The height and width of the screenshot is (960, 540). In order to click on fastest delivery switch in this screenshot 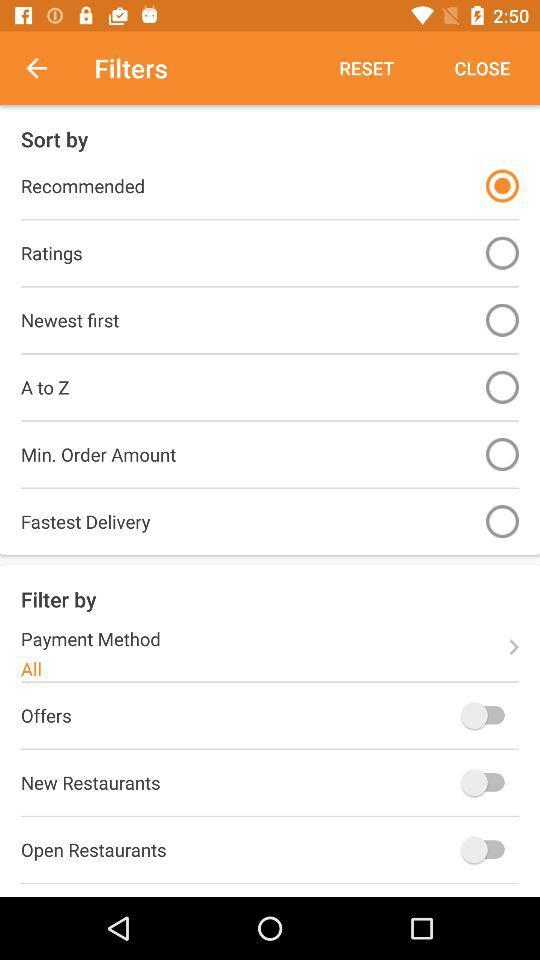, I will do `click(501, 520)`.